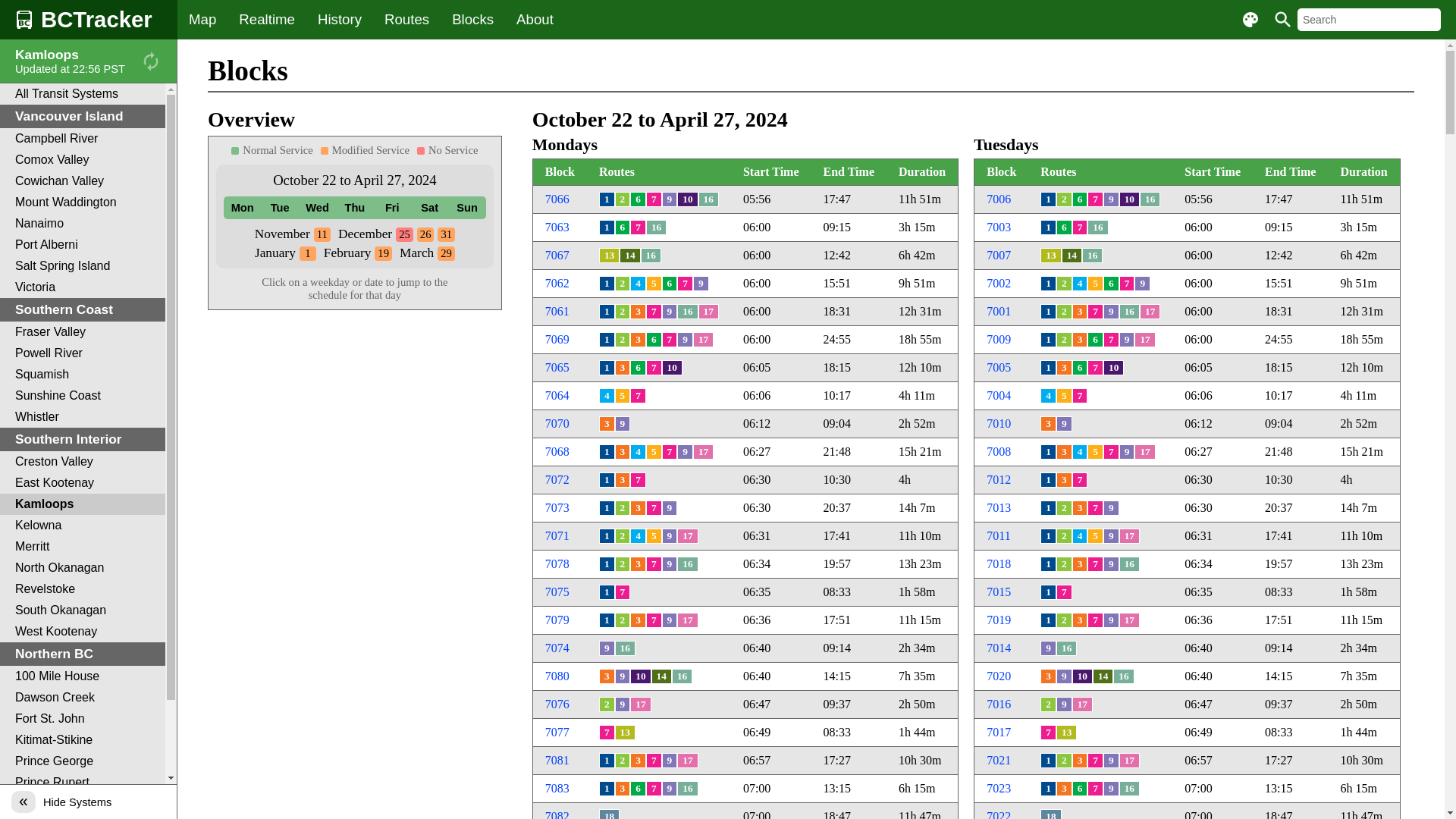 The height and width of the screenshot is (819, 1456). I want to click on '3', so click(638, 311).